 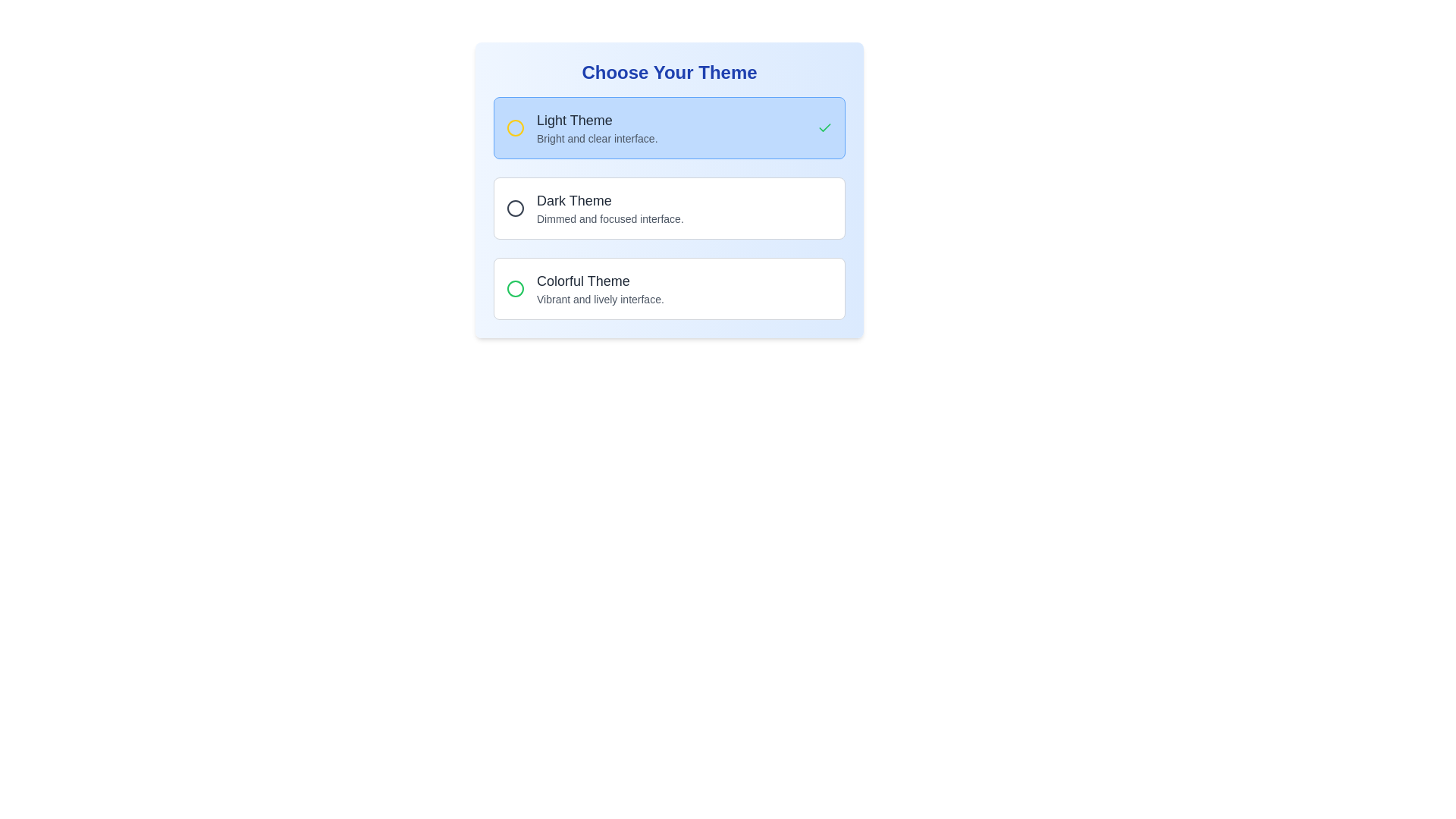 What do you see at coordinates (600, 289) in the screenshot?
I see `the text element titled 'Colorful Theme' which is the third option in a vertical list, positioned between 'Dark Theme' and subsequent content` at bounding box center [600, 289].